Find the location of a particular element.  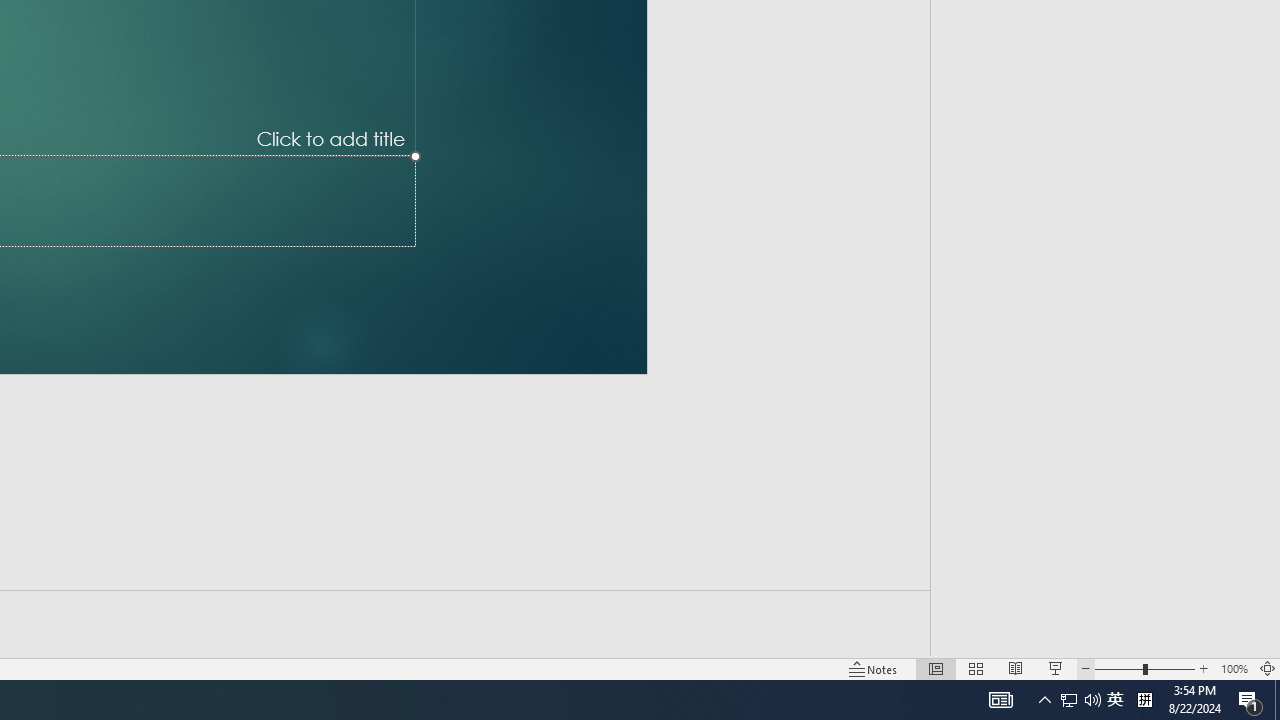

'Zoom 100%' is located at coordinates (1233, 669).